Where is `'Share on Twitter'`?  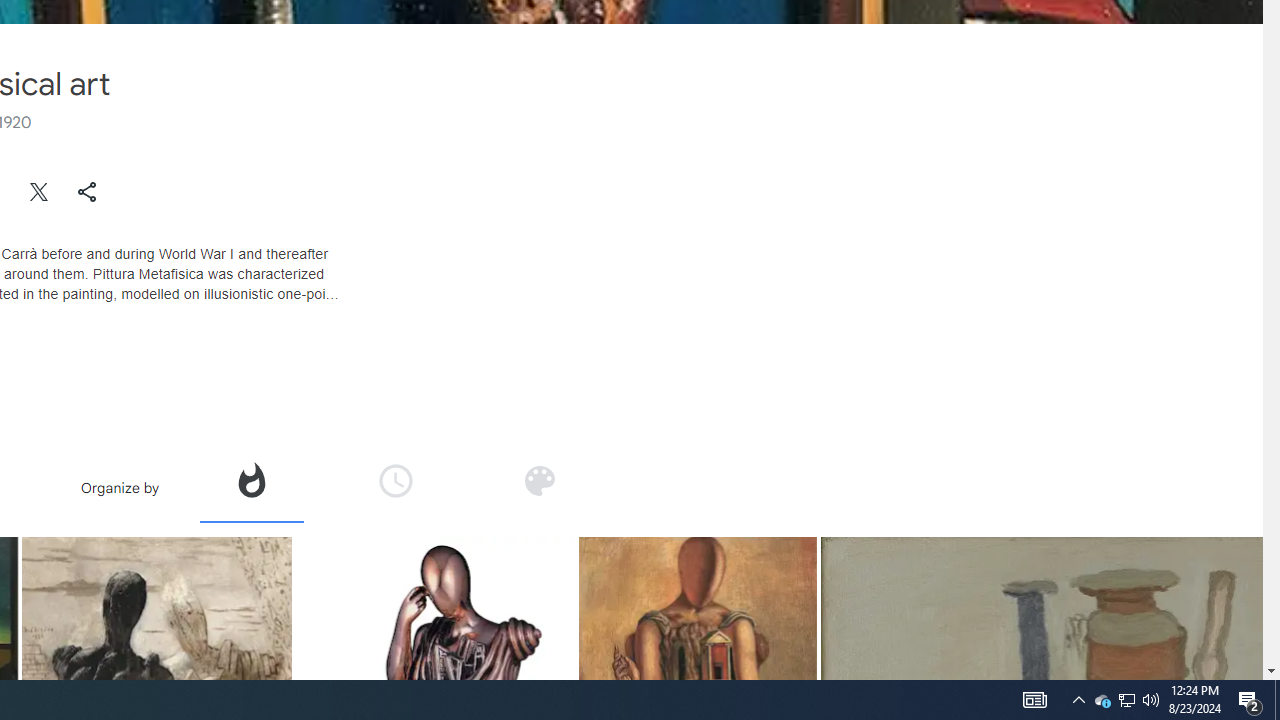
'Share on Twitter' is located at coordinates (39, 191).